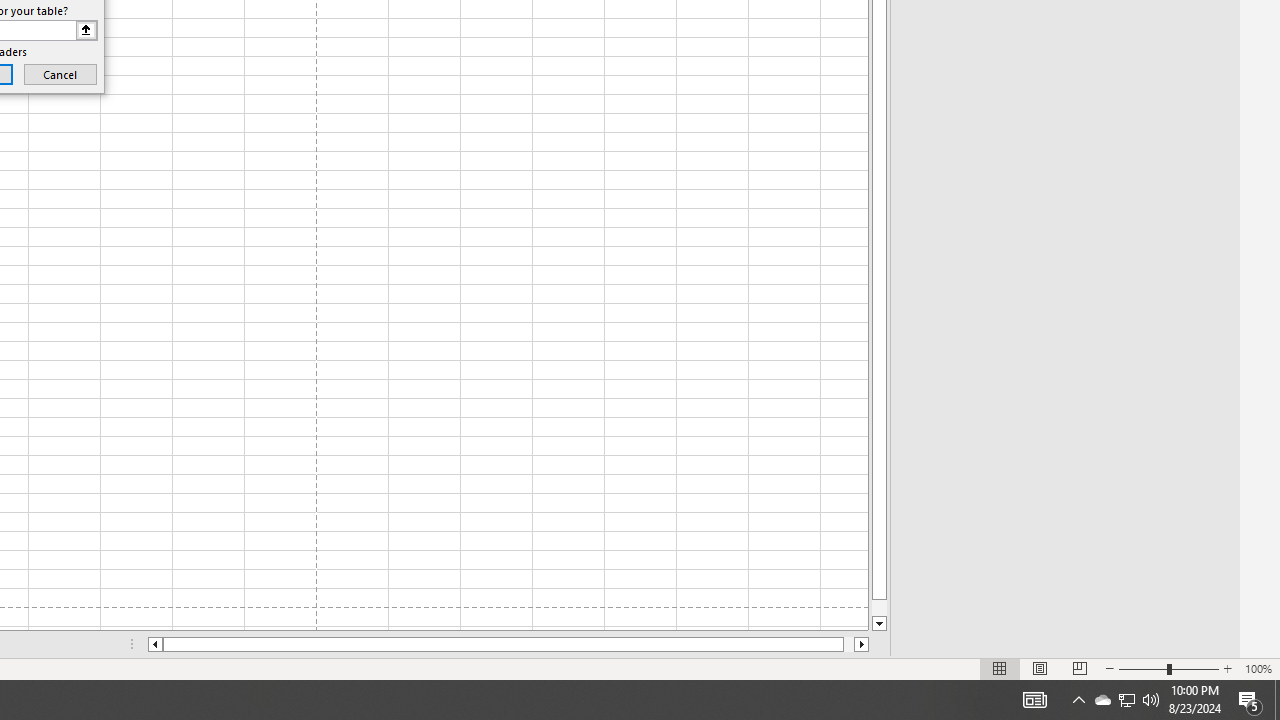  What do you see at coordinates (508, 644) in the screenshot?
I see `'Class: NetUIScrollBar'` at bounding box center [508, 644].